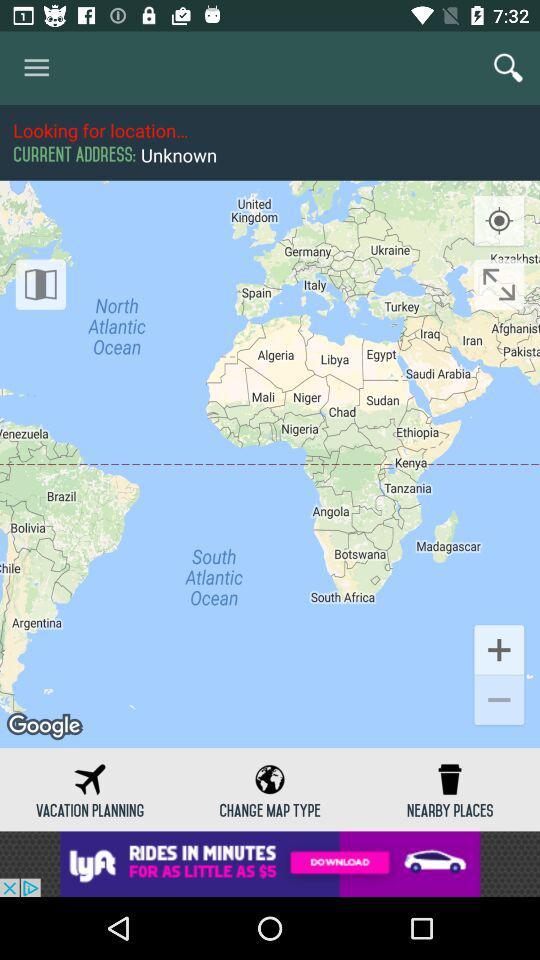  I want to click on open advertisement, so click(270, 863).